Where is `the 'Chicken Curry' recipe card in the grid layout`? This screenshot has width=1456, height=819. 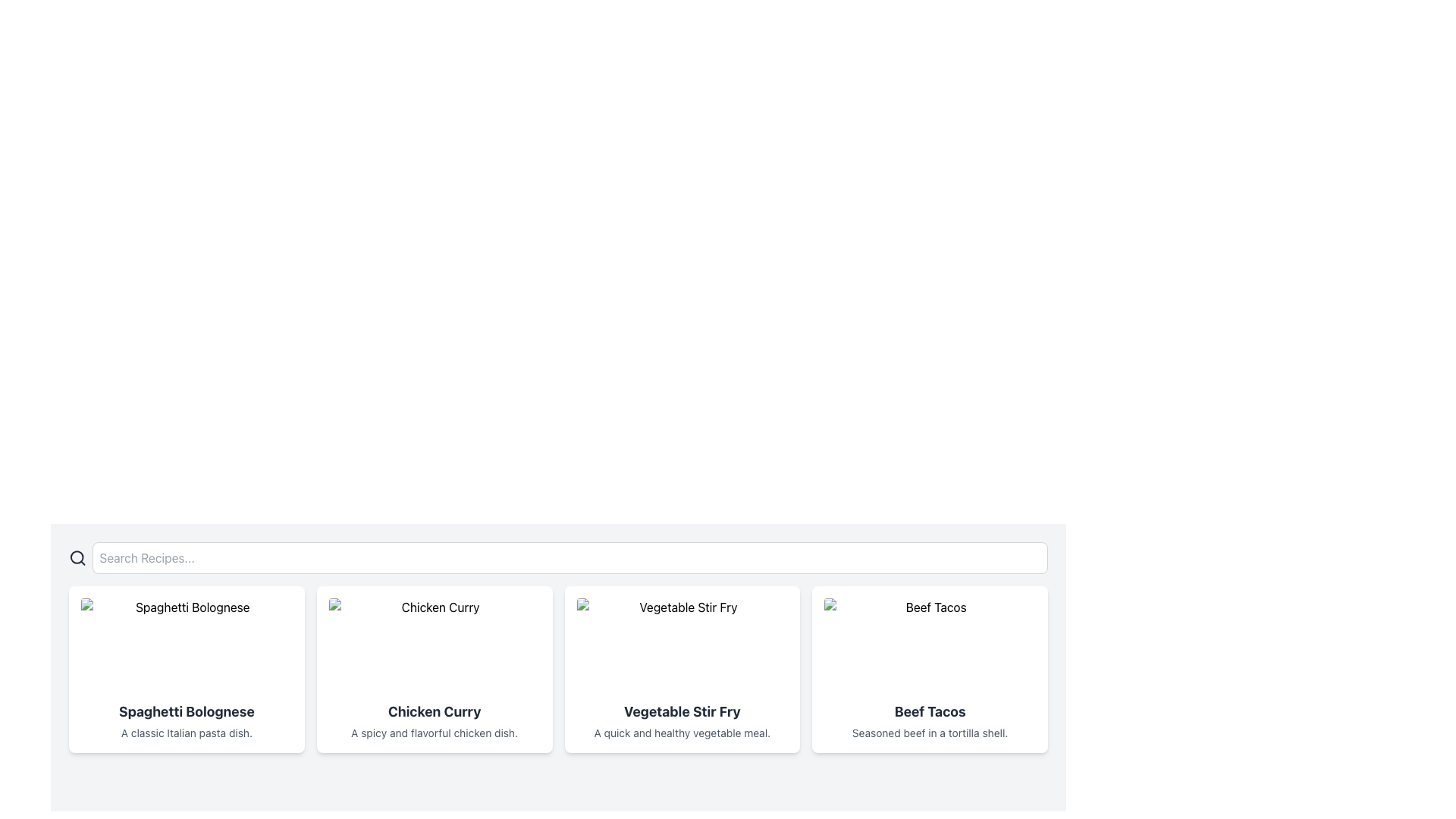 the 'Chicken Curry' recipe card in the grid layout is located at coordinates (434, 669).